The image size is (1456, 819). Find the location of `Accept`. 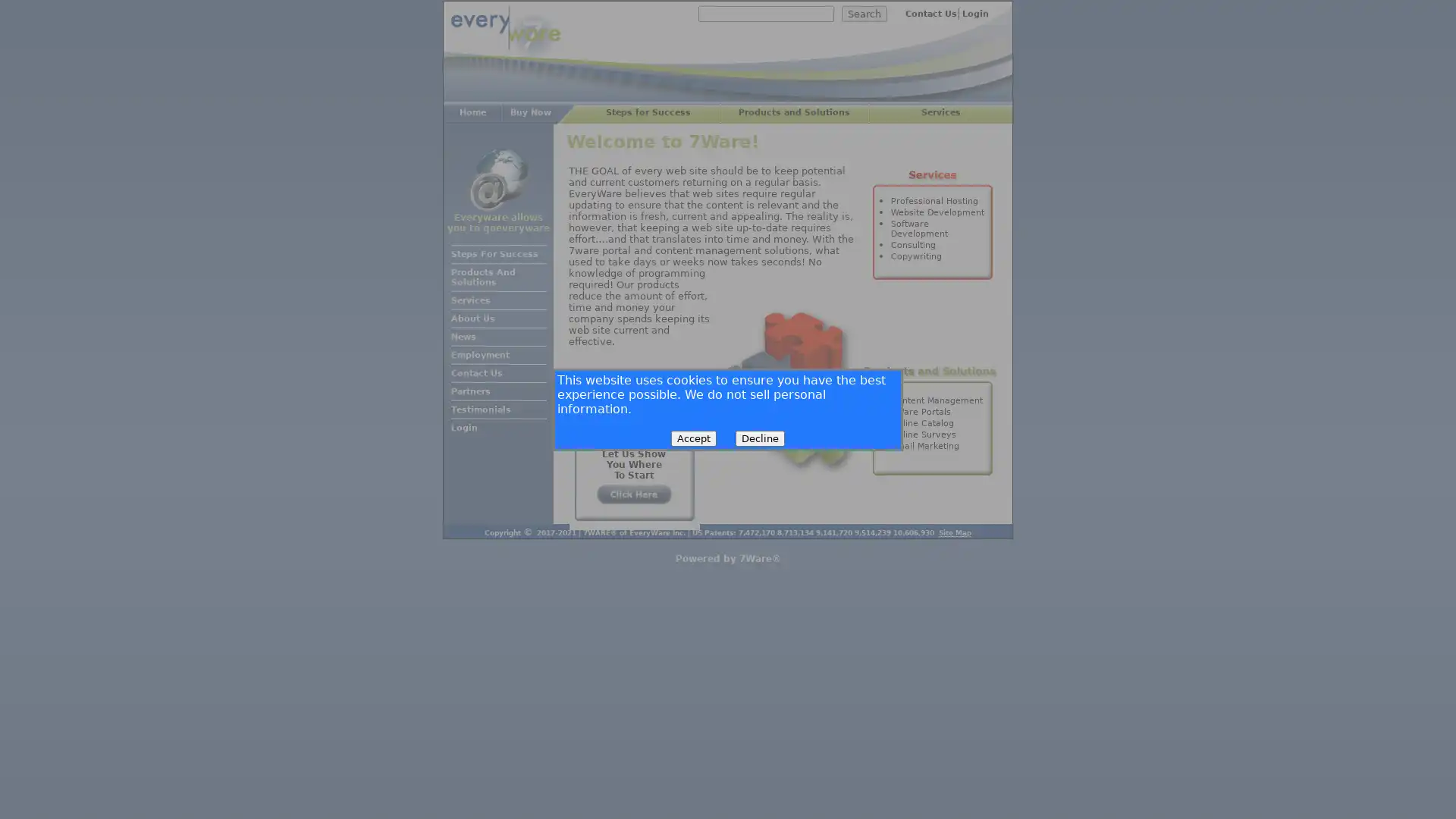

Accept is located at coordinates (693, 438).